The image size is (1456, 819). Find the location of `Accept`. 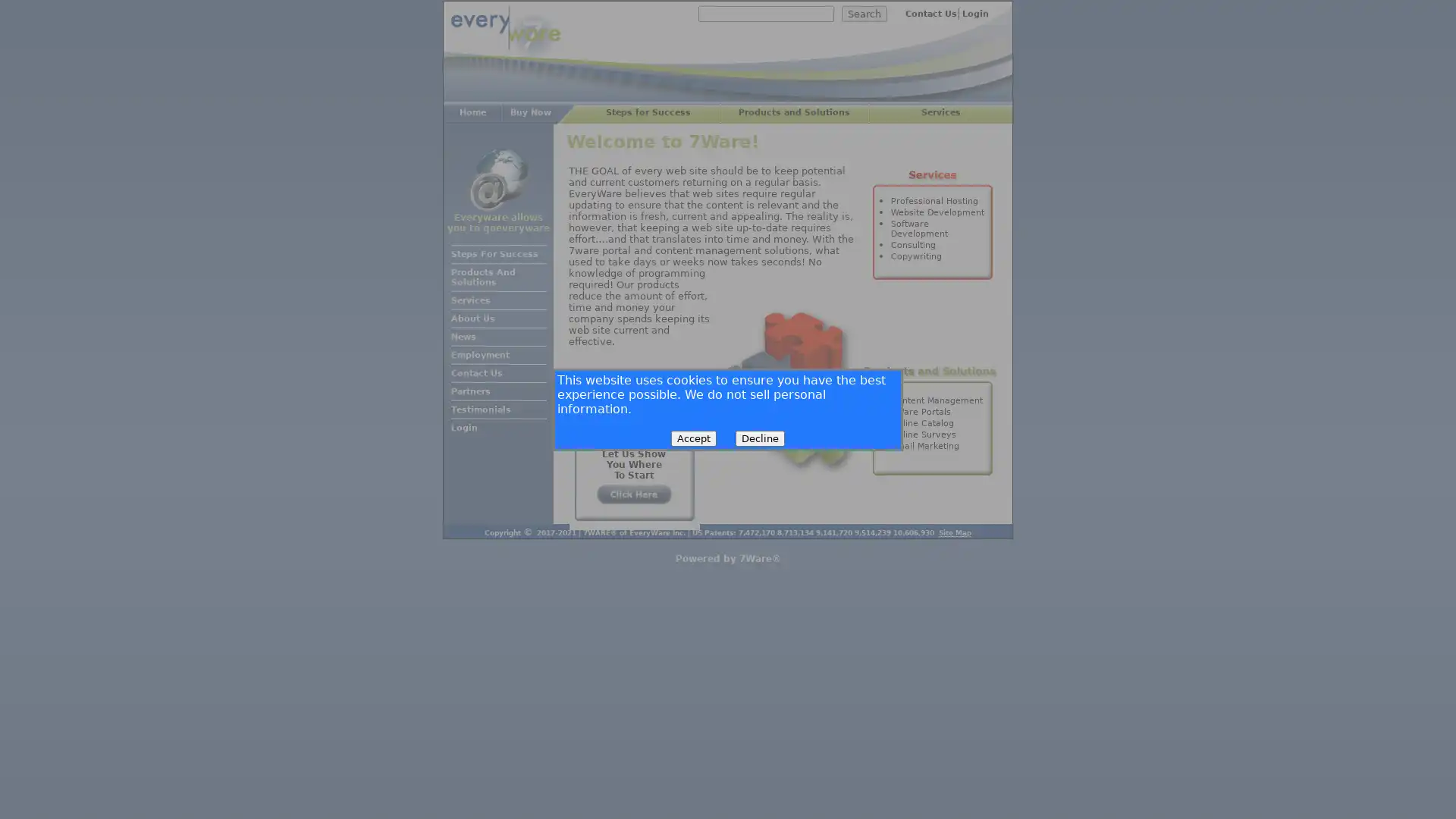

Accept is located at coordinates (693, 438).